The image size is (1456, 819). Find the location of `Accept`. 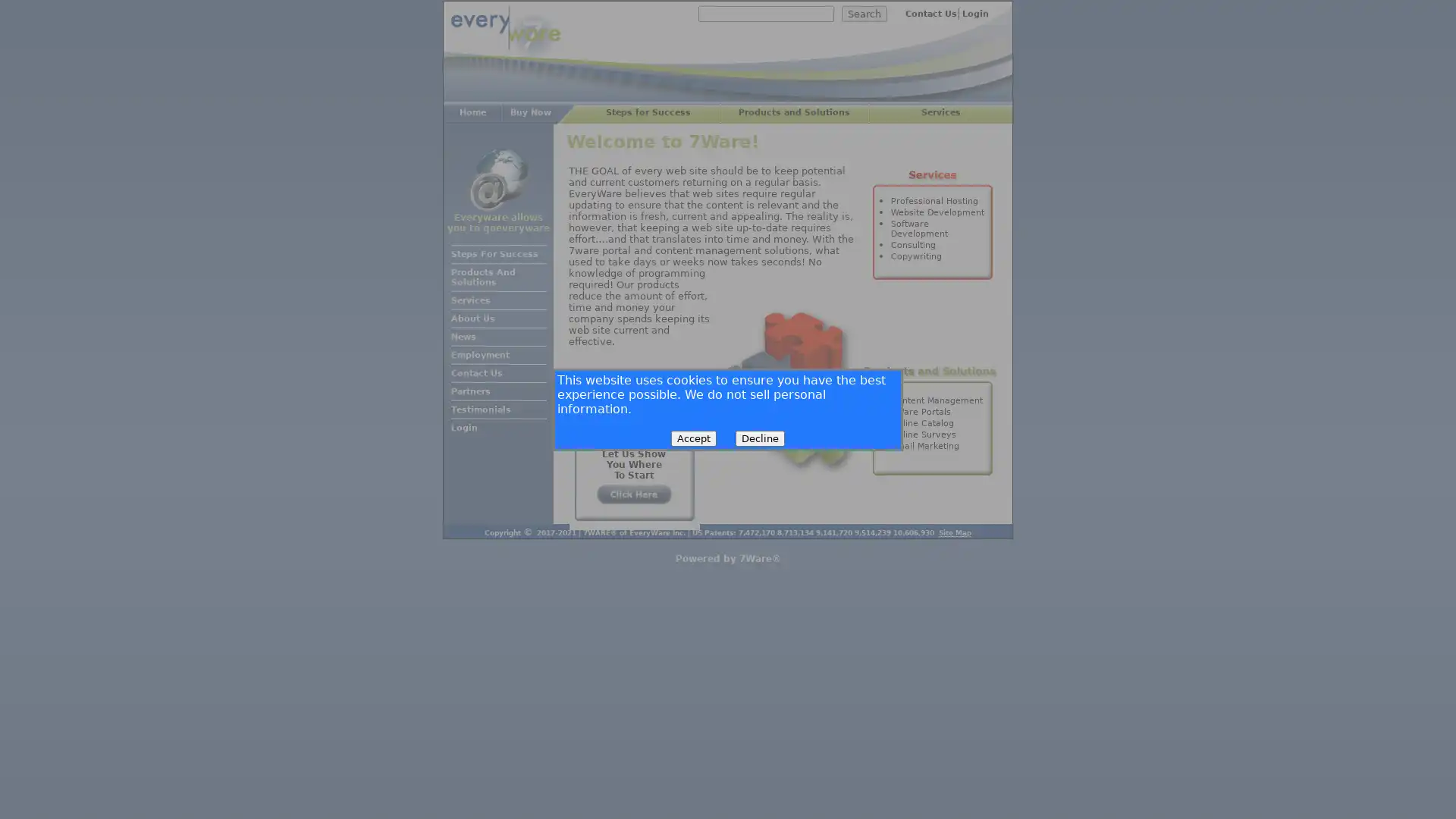

Accept is located at coordinates (693, 438).